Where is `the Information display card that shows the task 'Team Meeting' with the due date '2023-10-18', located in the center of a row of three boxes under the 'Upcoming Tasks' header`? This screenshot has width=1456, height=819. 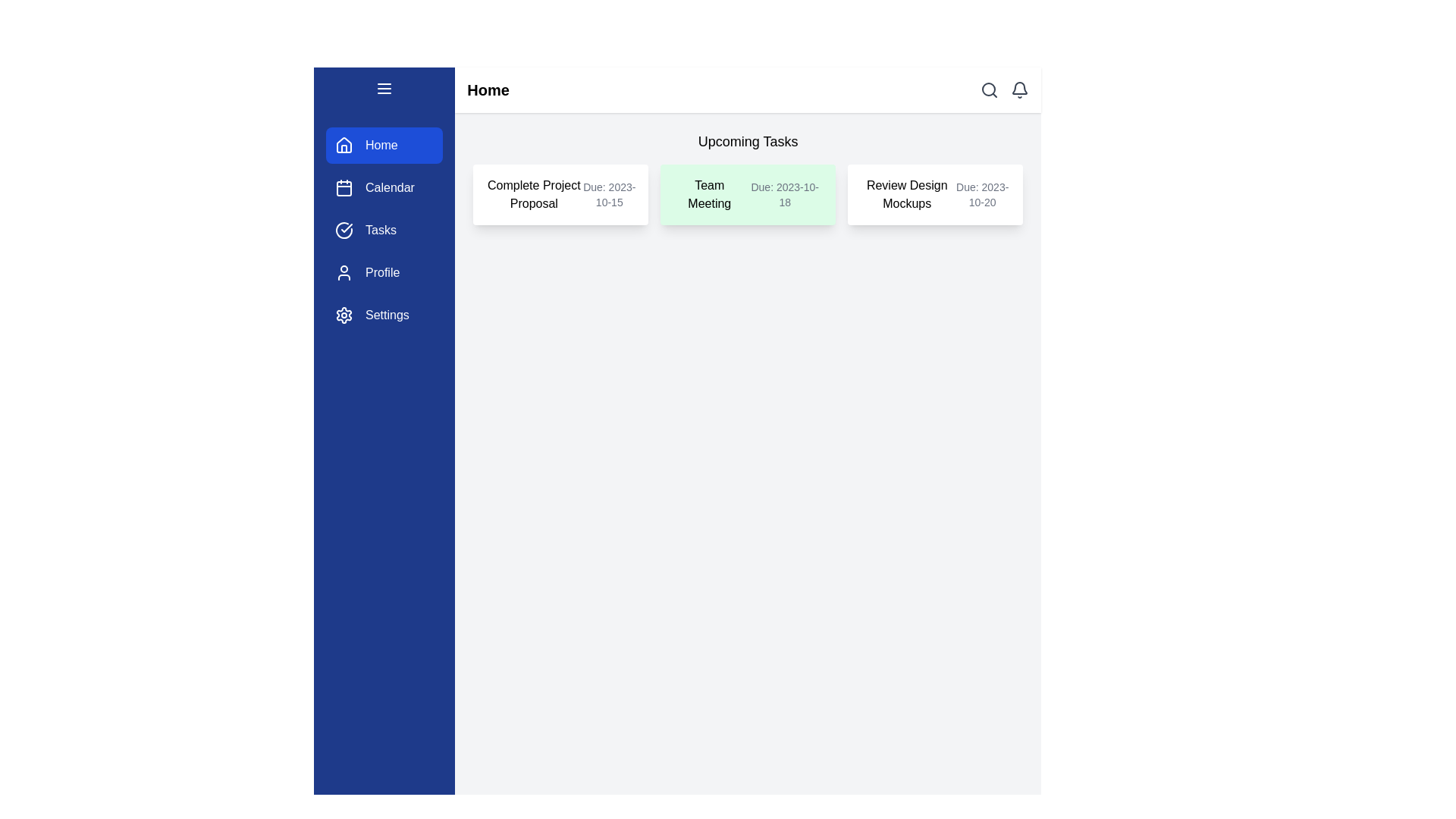 the Information display card that shows the task 'Team Meeting' with the due date '2023-10-18', located in the center of a row of three boxes under the 'Upcoming Tasks' header is located at coordinates (748, 177).